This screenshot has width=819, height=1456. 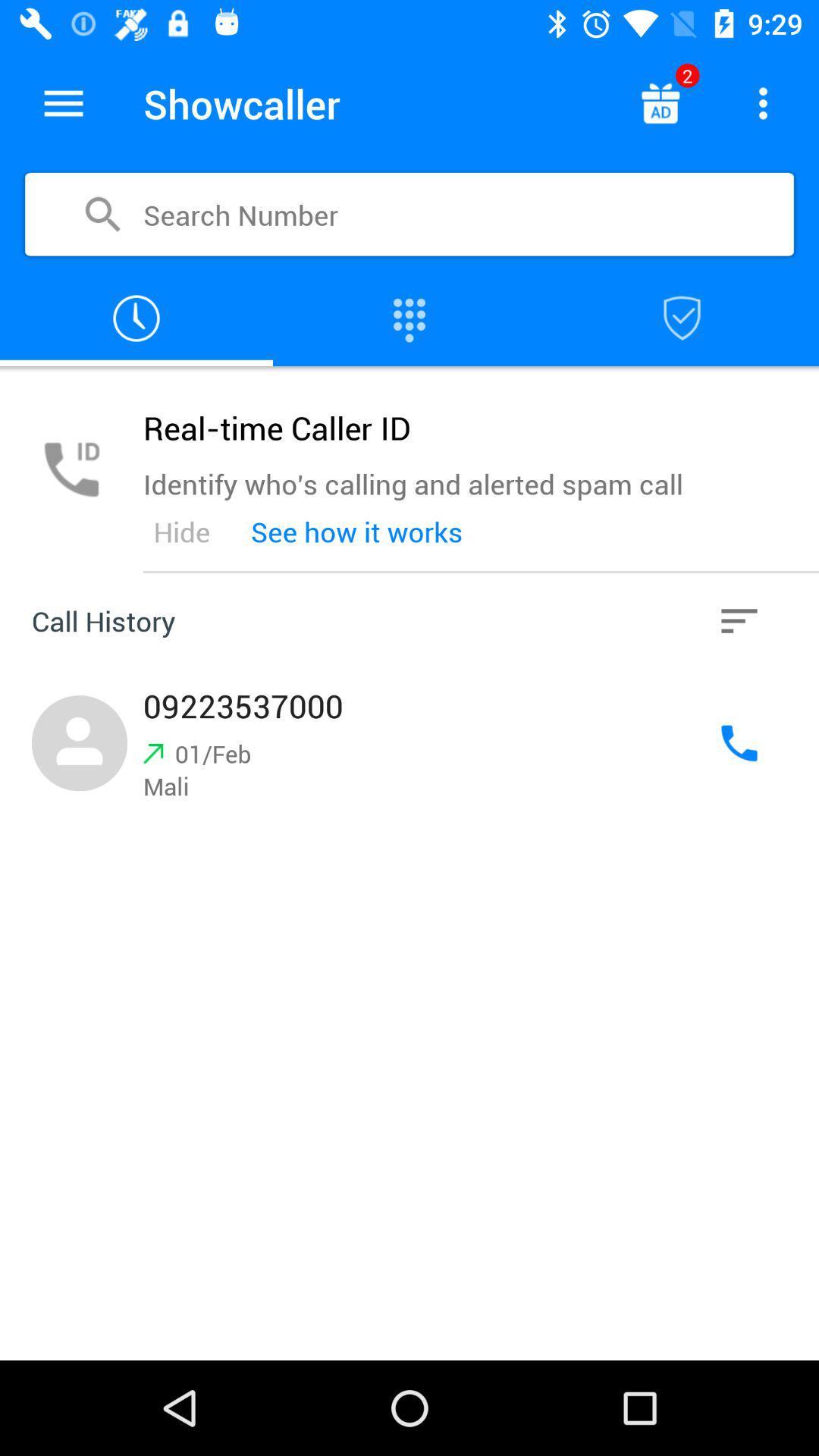 I want to click on advertisement, so click(x=659, y=102).